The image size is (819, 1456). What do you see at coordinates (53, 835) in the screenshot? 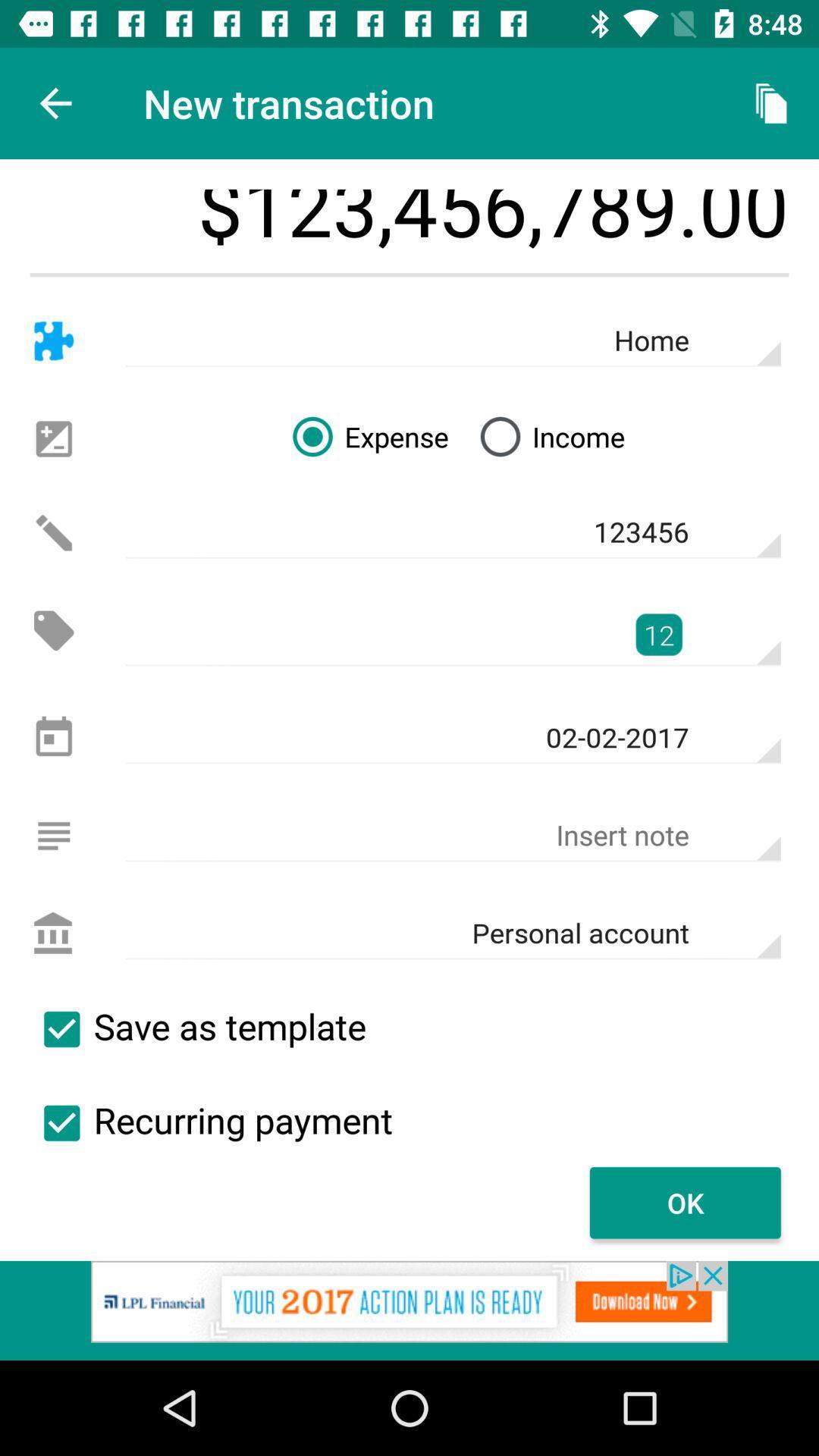
I see `open list category` at bounding box center [53, 835].